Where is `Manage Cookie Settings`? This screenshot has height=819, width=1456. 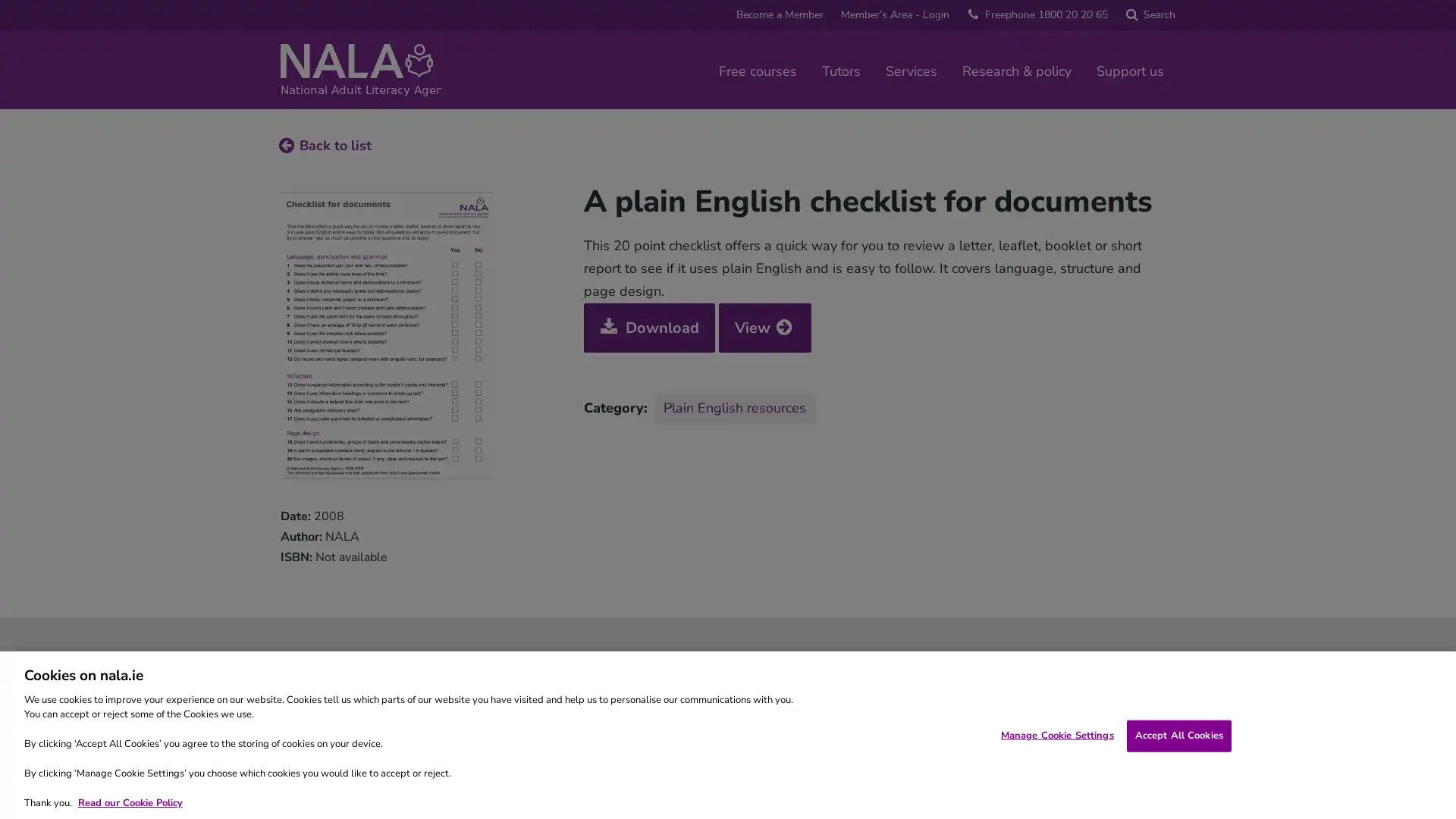
Manage Cookie Settings is located at coordinates (1056, 735).